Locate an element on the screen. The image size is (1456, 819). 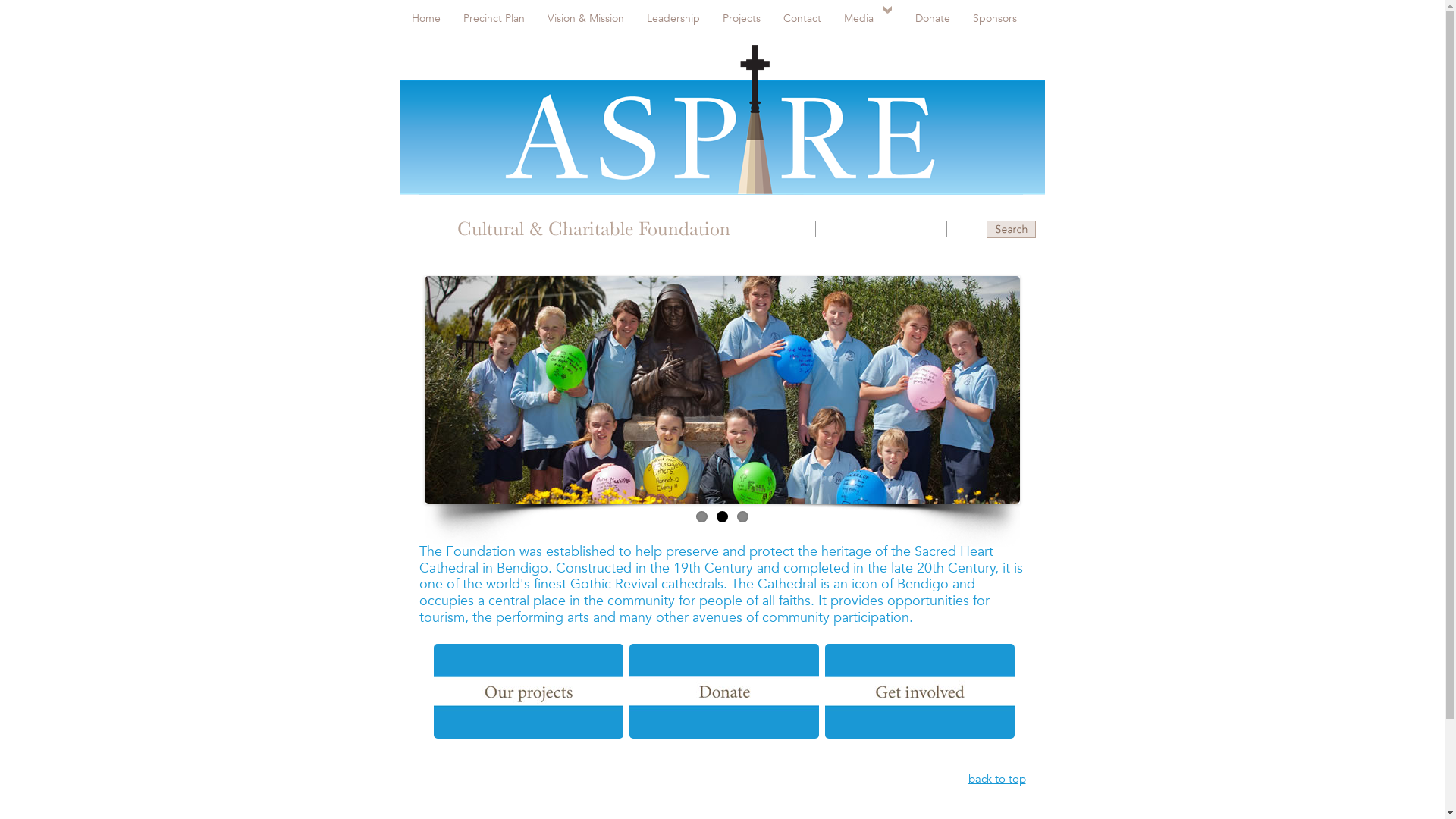
'Media is located at coordinates (868, 17).